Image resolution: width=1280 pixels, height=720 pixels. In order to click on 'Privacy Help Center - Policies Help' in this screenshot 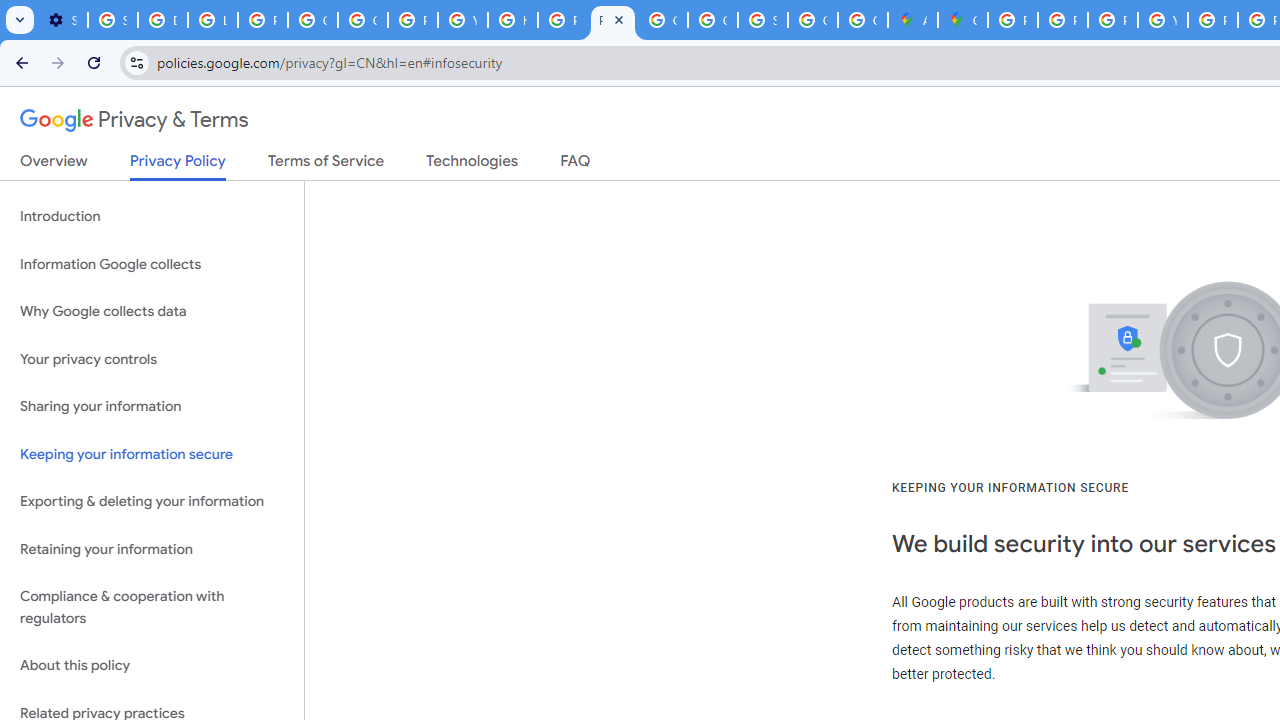, I will do `click(1111, 20)`.